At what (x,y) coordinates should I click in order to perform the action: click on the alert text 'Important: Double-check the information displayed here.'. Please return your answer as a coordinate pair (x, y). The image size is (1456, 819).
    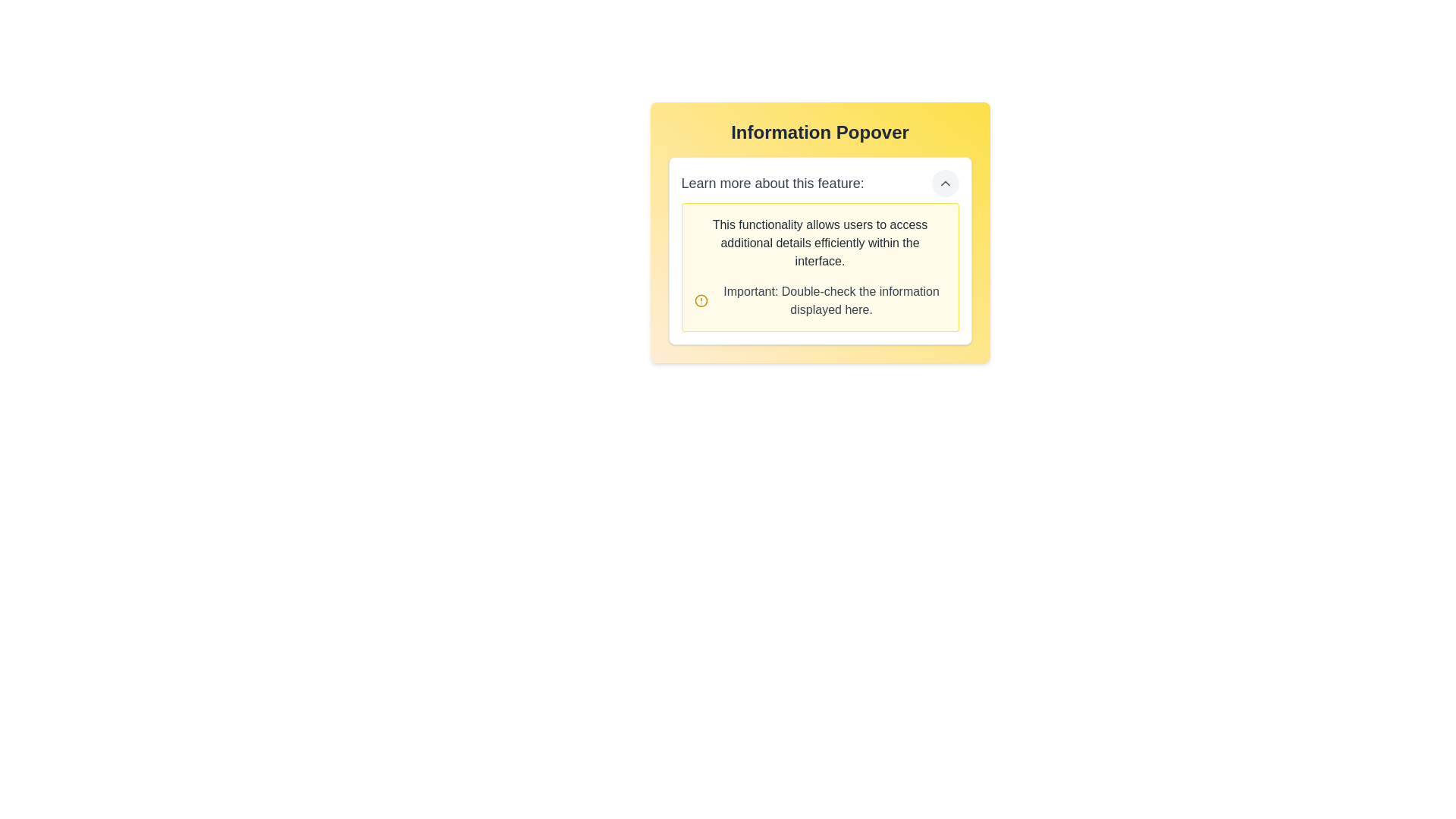
    Looking at the image, I should click on (819, 301).